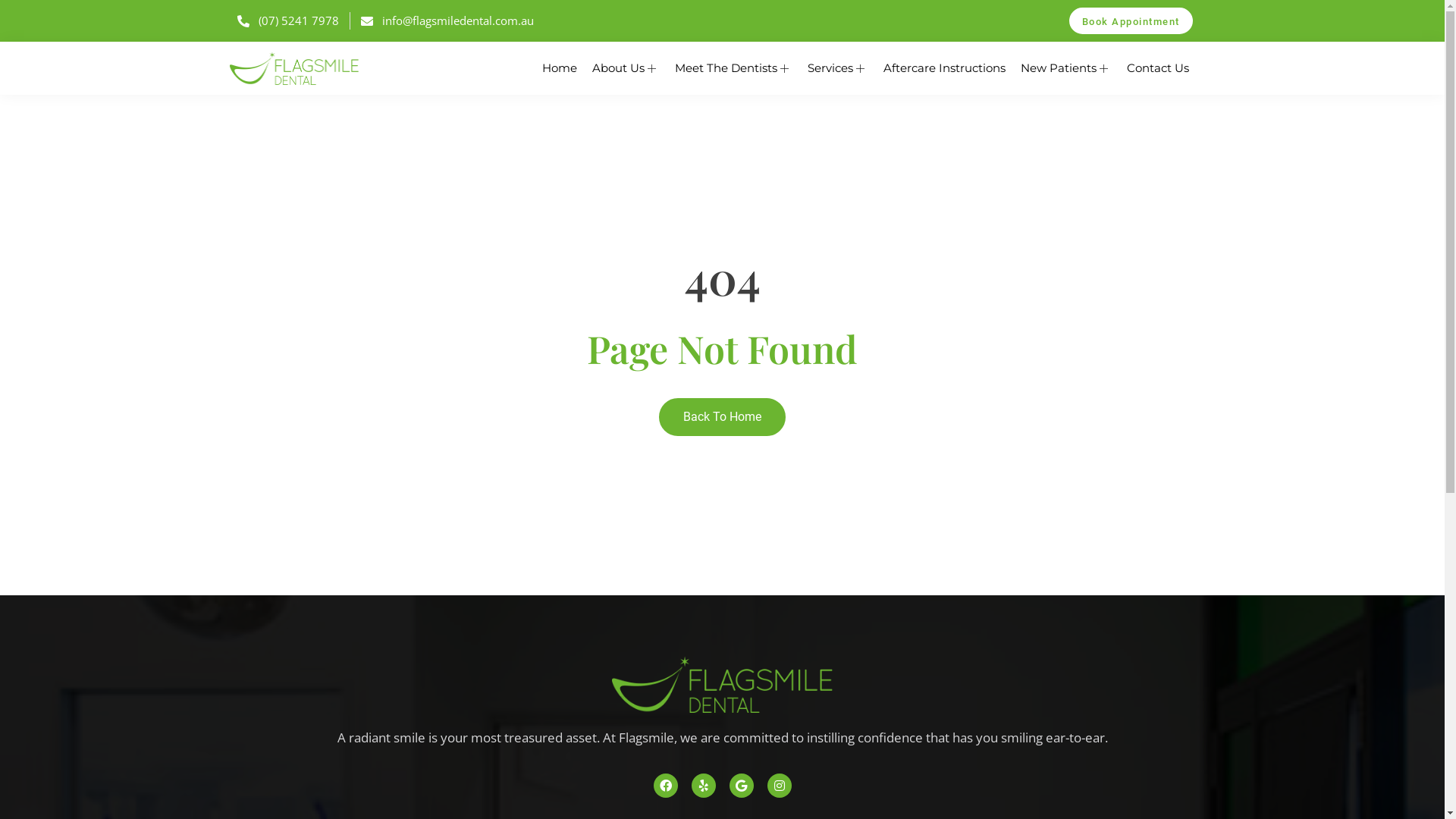  Describe the element at coordinates (558, 67) in the screenshot. I see `'Home'` at that location.